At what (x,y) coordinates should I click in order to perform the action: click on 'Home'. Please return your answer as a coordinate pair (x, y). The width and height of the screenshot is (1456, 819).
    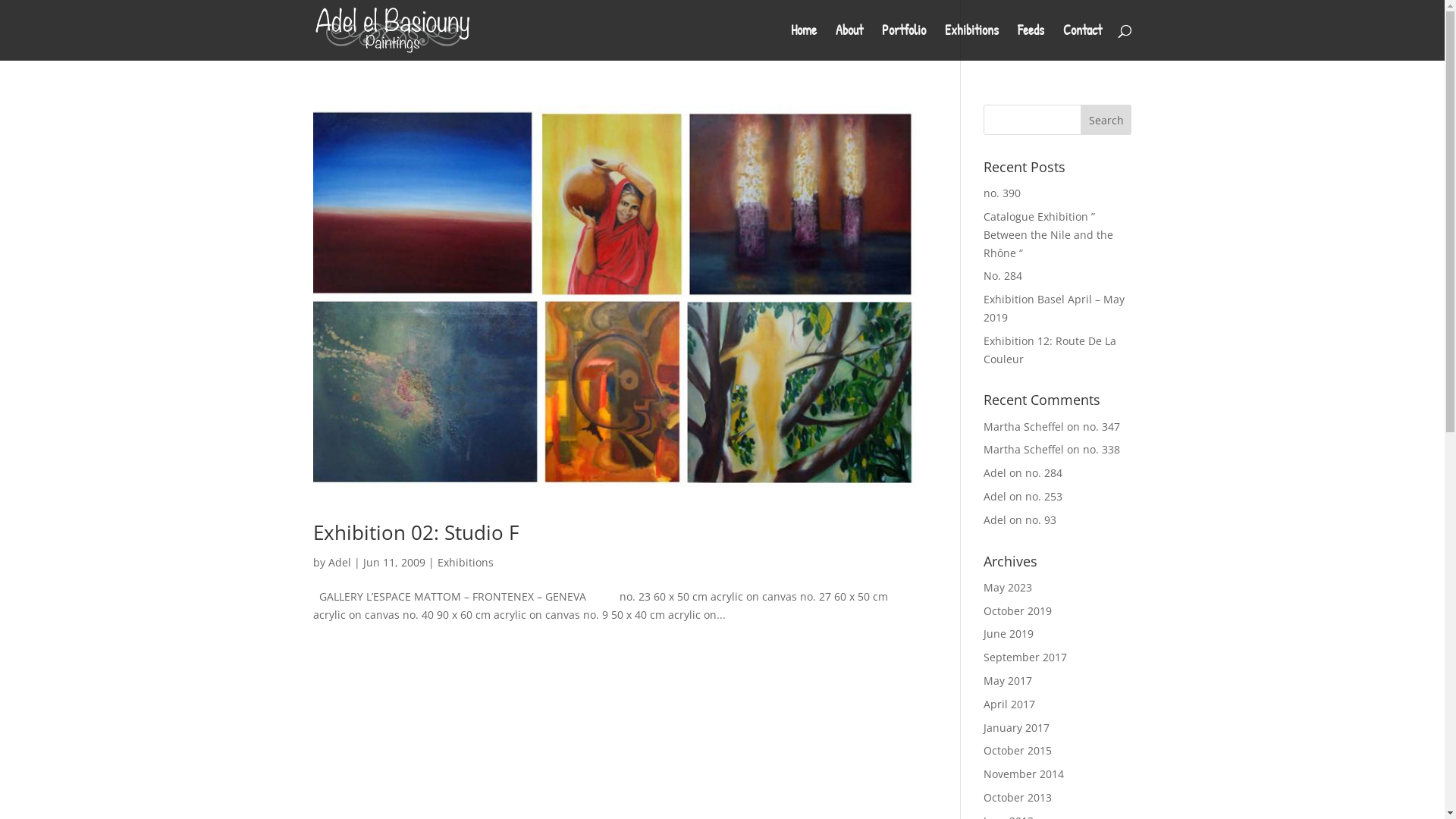
    Looking at the image, I should click on (802, 42).